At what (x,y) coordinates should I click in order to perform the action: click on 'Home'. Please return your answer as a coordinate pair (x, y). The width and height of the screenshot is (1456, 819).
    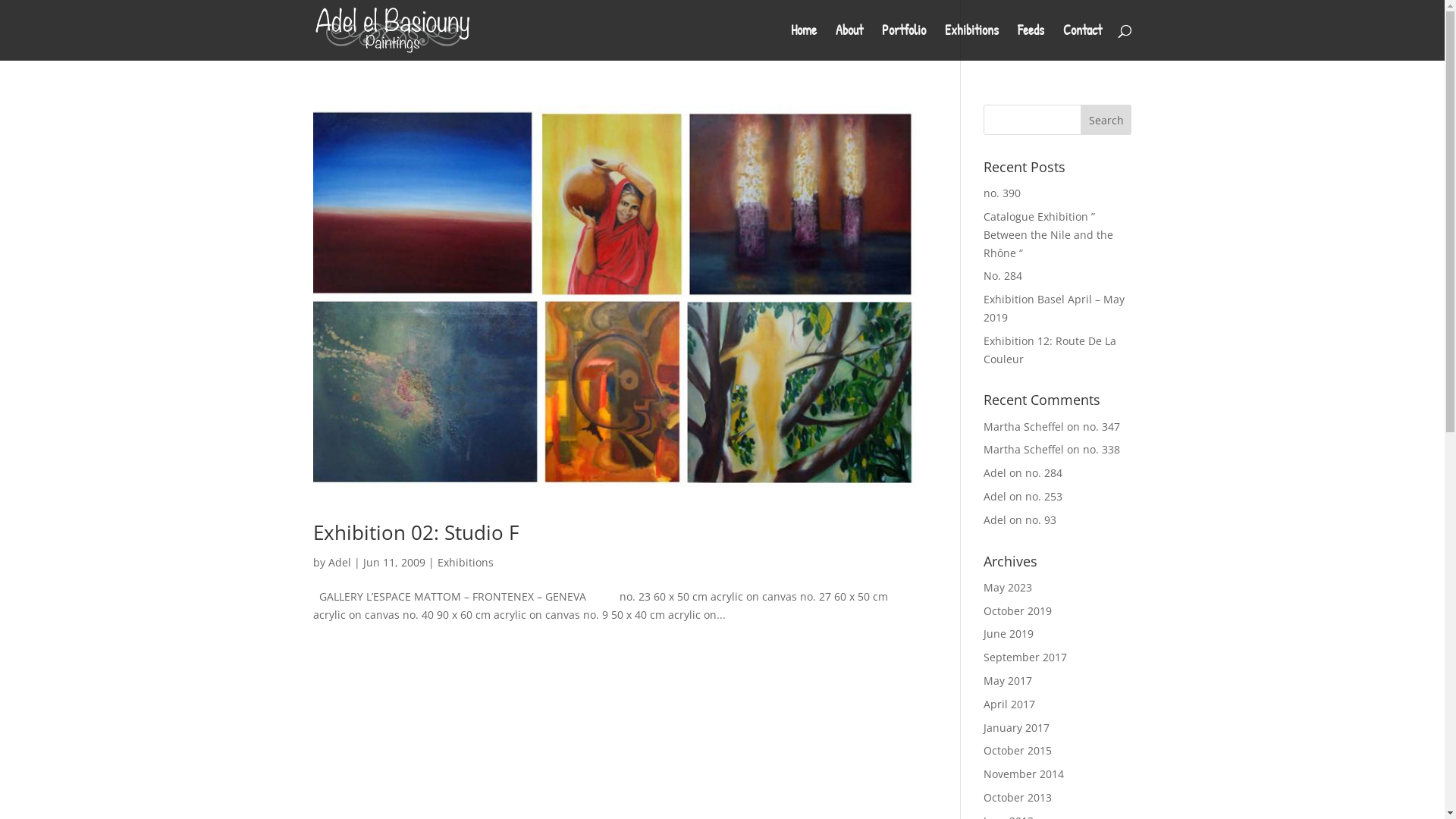
    Looking at the image, I should click on (802, 42).